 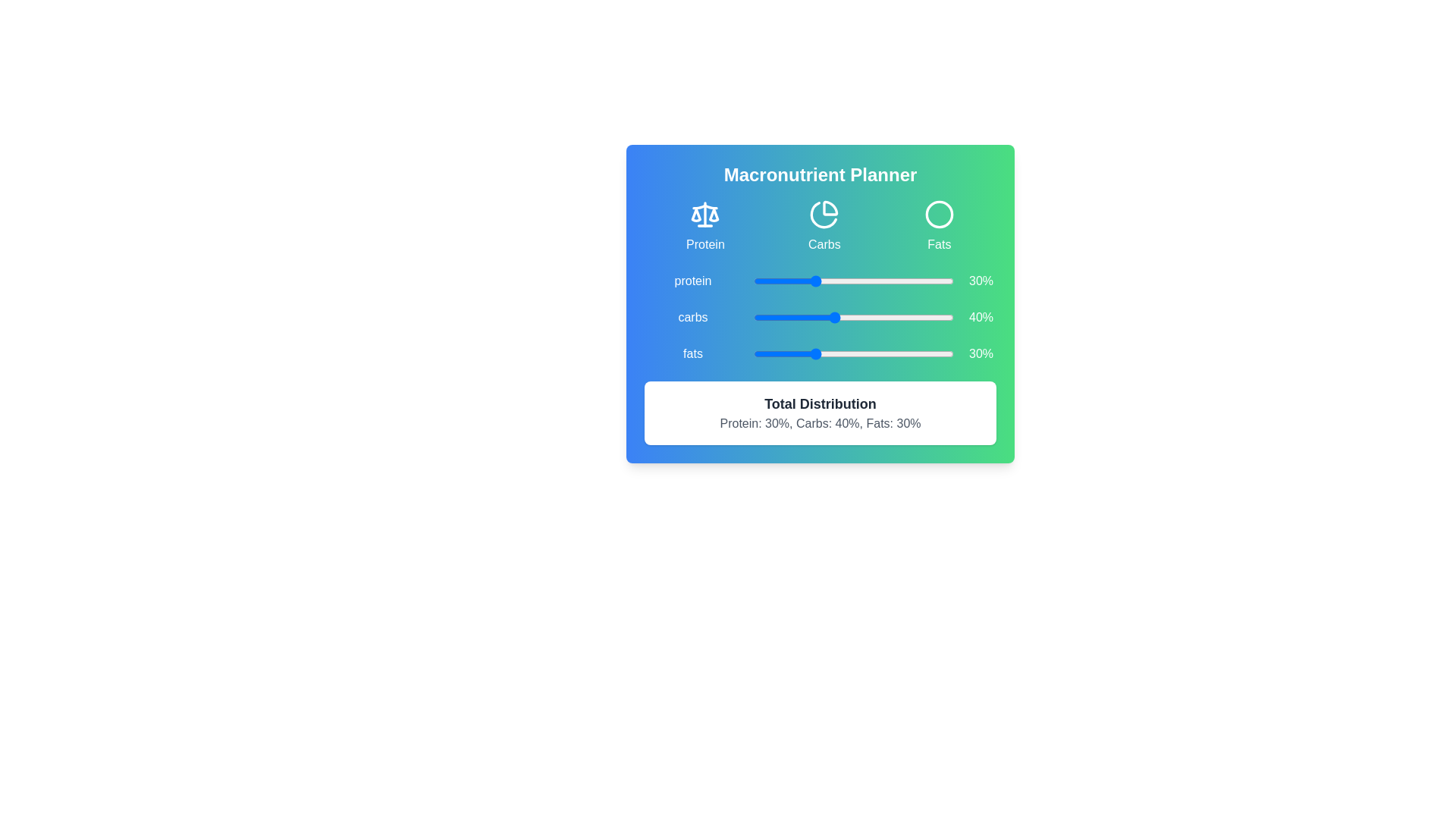 I want to click on the 'Carbs' icon with a pie chart, which is the second of three similar components in the Macronutrient Planner section, featuring a blue outline and white text, so click(x=824, y=227).